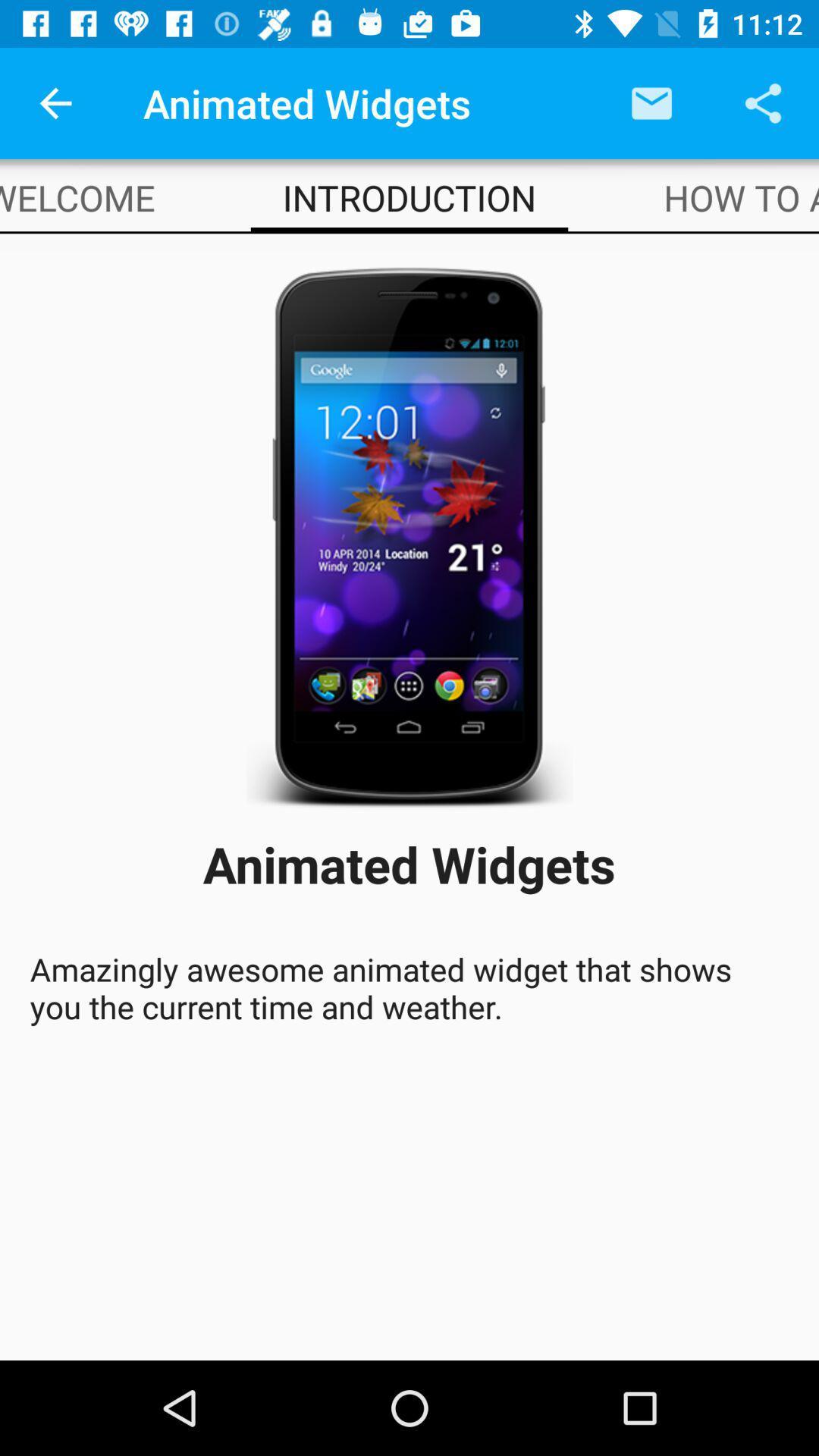 This screenshot has height=1456, width=819. What do you see at coordinates (77, 196) in the screenshot?
I see `welcome icon` at bounding box center [77, 196].